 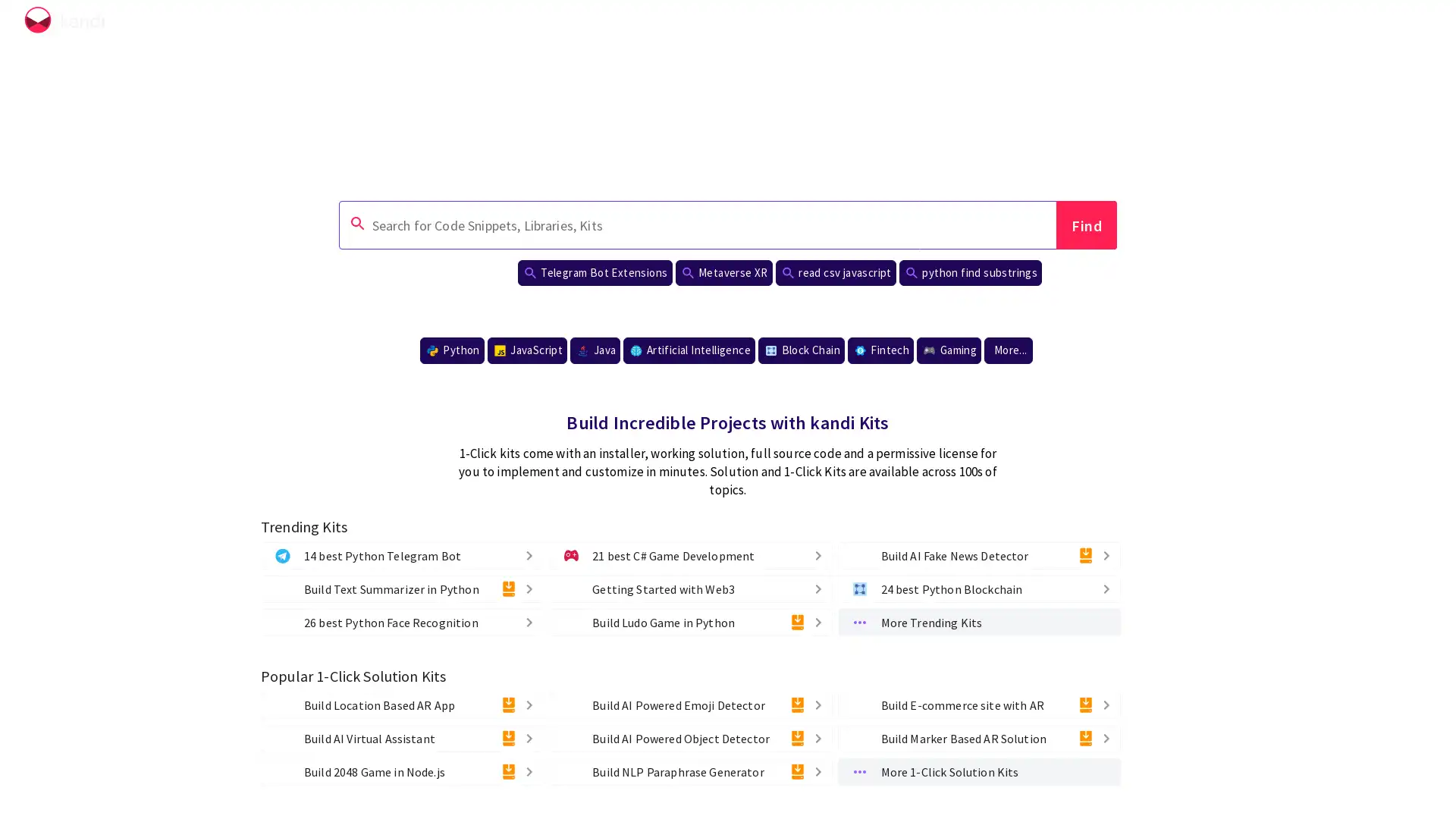 What do you see at coordinates (529, 771) in the screenshot?
I see `delete` at bounding box center [529, 771].